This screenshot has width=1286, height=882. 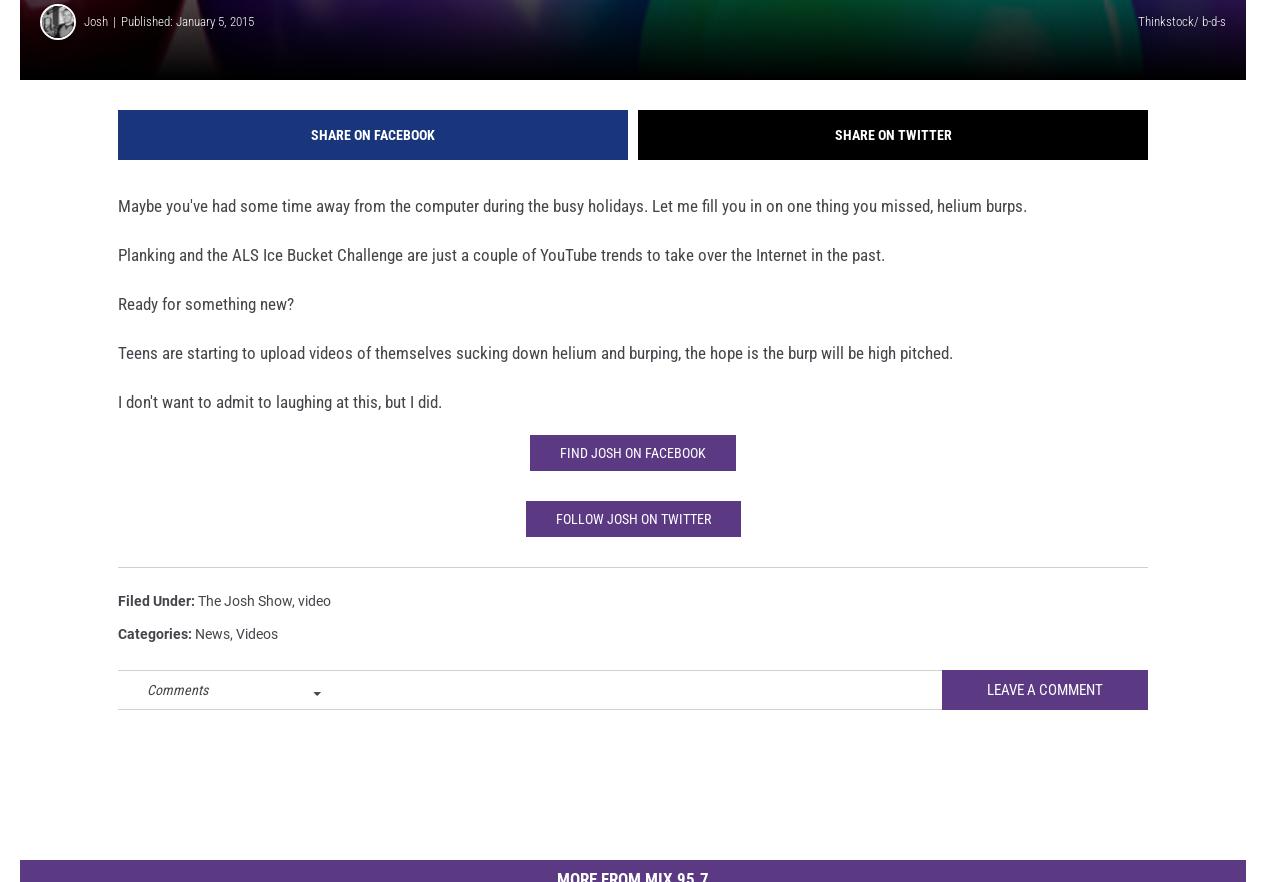 I want to click on 'Videos', so click(x=256, y=660).